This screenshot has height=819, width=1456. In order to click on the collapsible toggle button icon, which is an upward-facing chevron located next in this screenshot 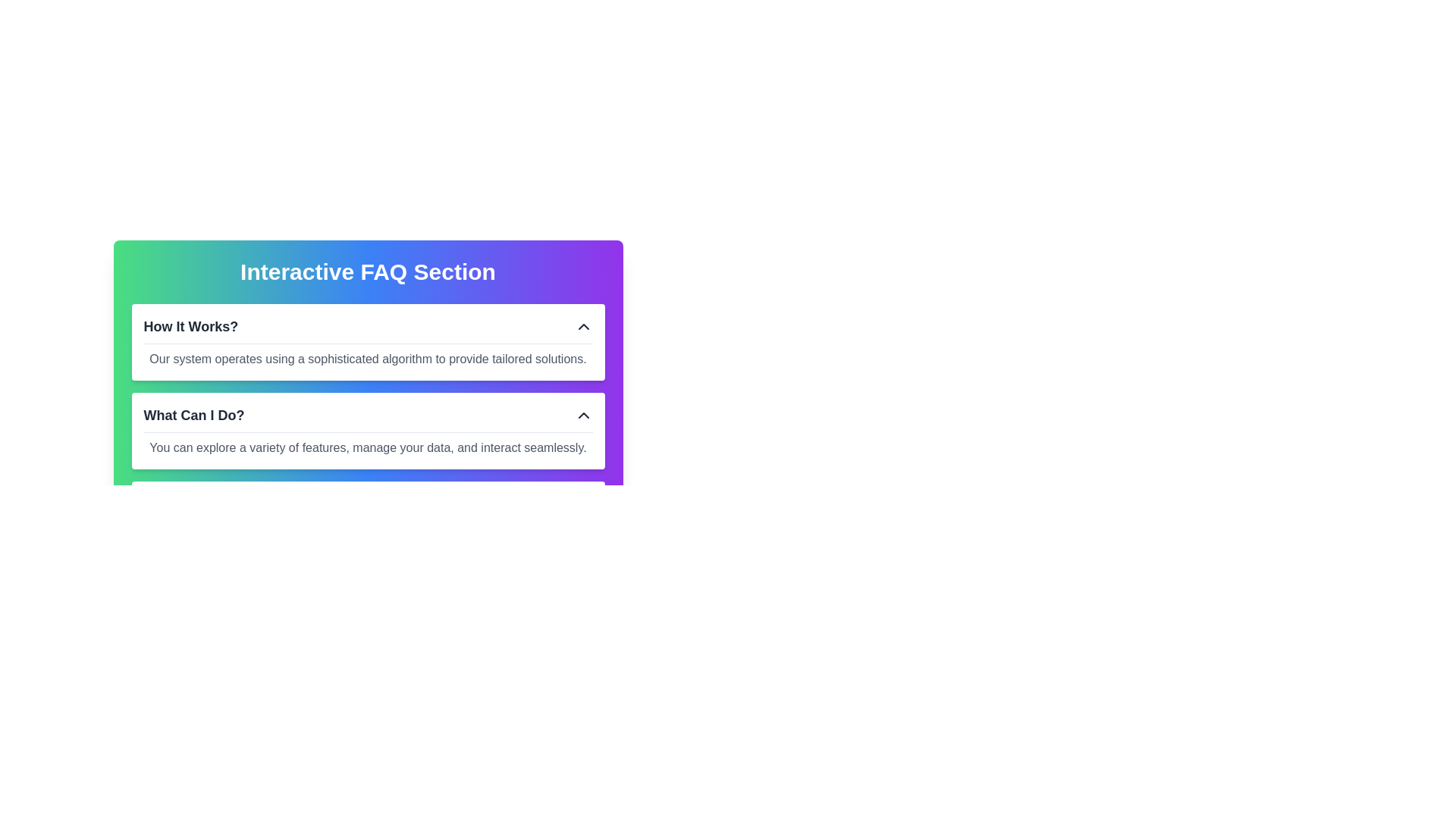, I will do `click(582, 415)`.